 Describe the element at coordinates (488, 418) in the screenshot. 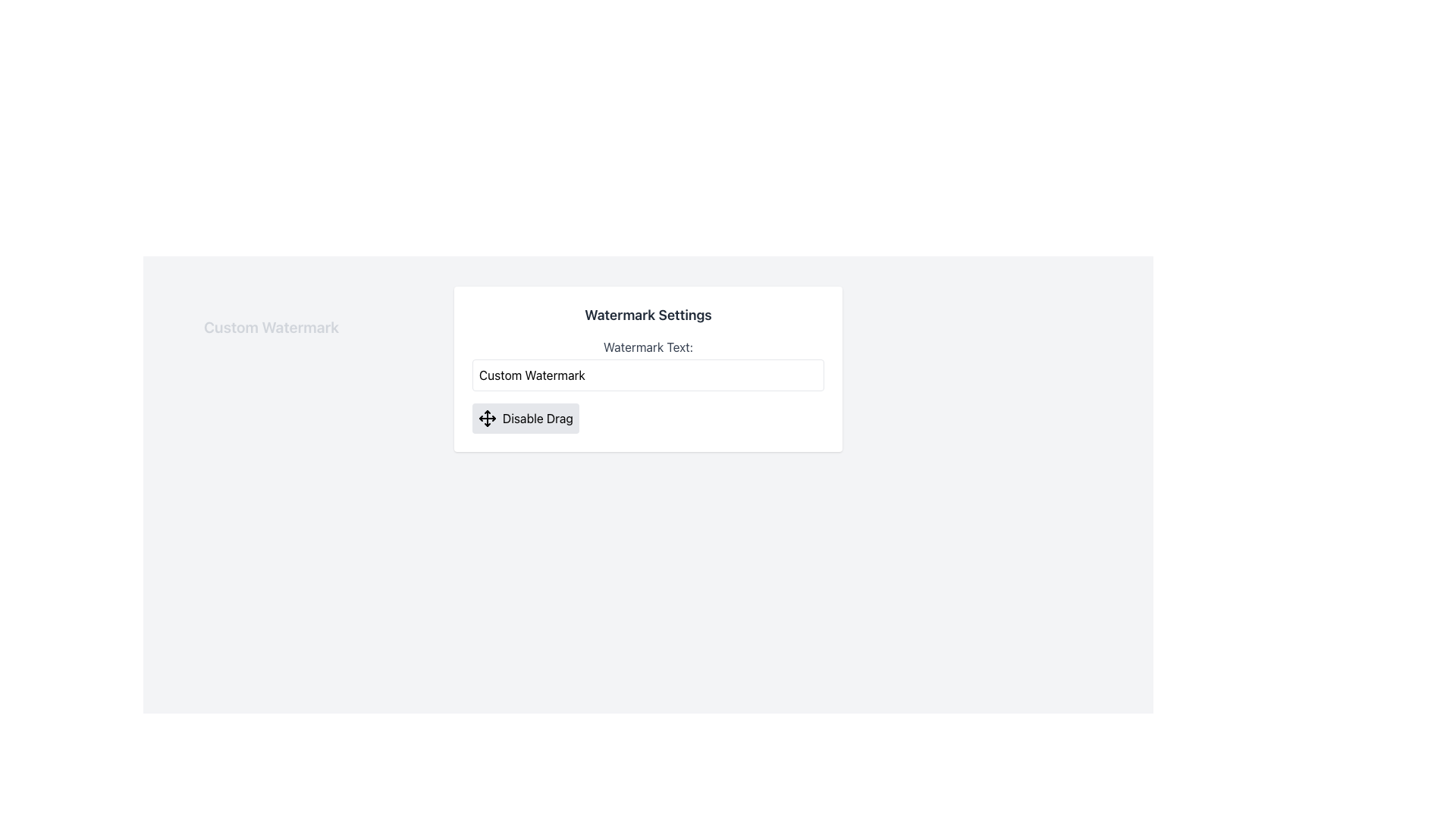

I see `the icon resembling four arrows pointing outward, located on the gray rectangular button labeled 'Disable Drag' in the 'Watermark Settings' section` at that location.